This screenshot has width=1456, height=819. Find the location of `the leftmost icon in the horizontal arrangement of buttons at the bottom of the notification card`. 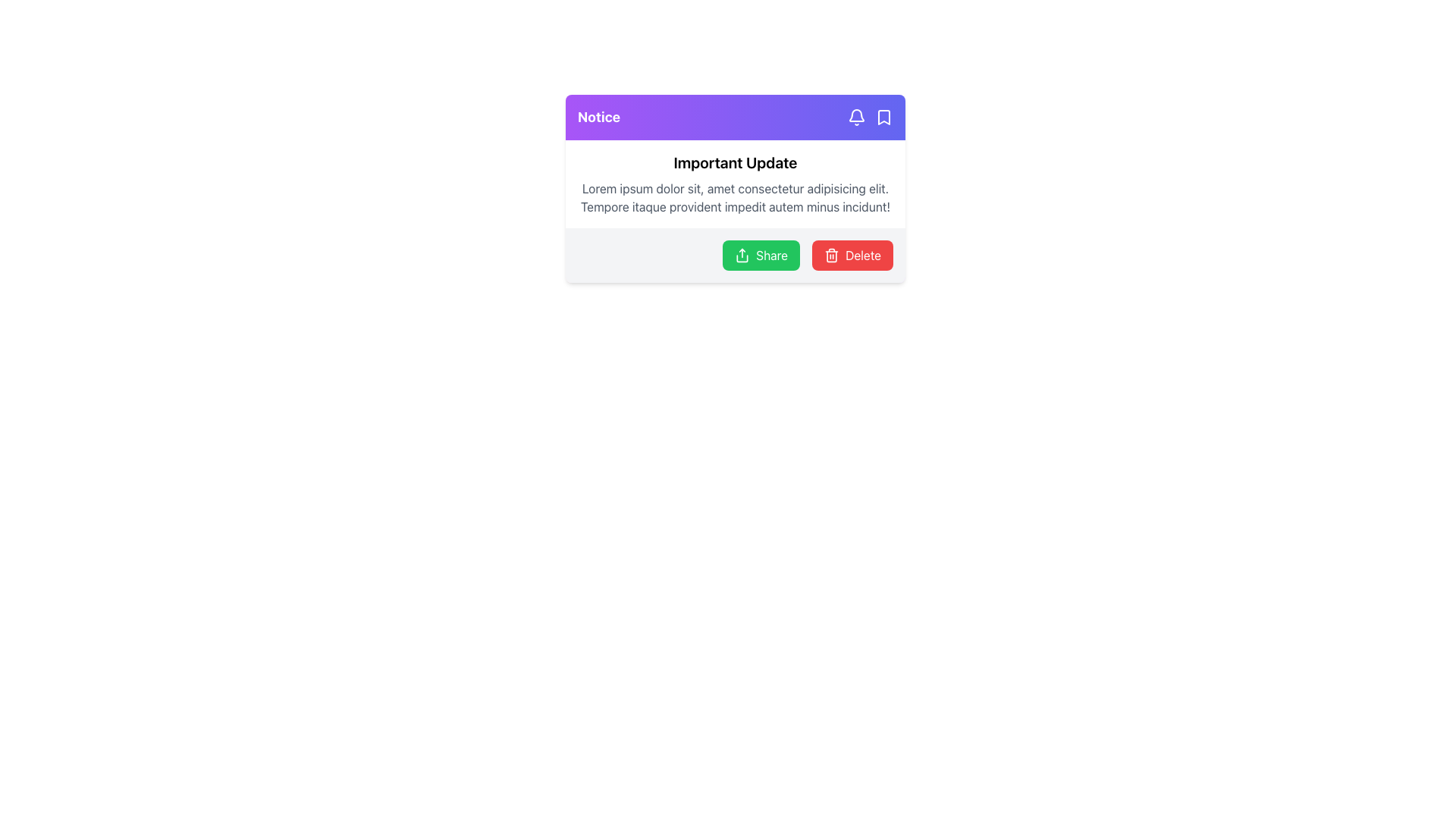

the leftmost icon in the horizontal arrangement of buttons at the bottom of the notification card is located at coordinates (742, 254).